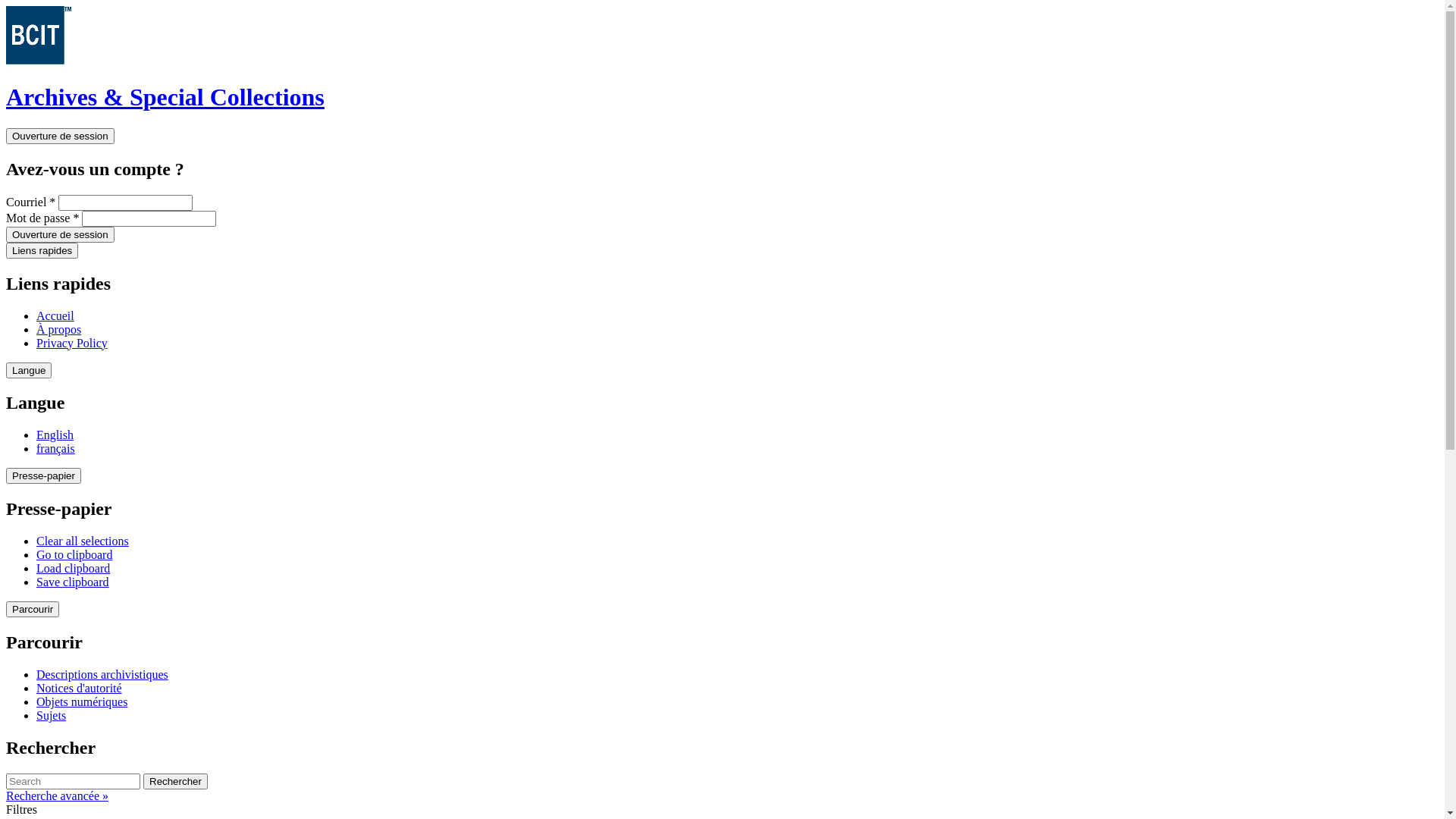 This screenshot has height=819, width=1456. I want to click on 'Sujets', so click(51, 715).